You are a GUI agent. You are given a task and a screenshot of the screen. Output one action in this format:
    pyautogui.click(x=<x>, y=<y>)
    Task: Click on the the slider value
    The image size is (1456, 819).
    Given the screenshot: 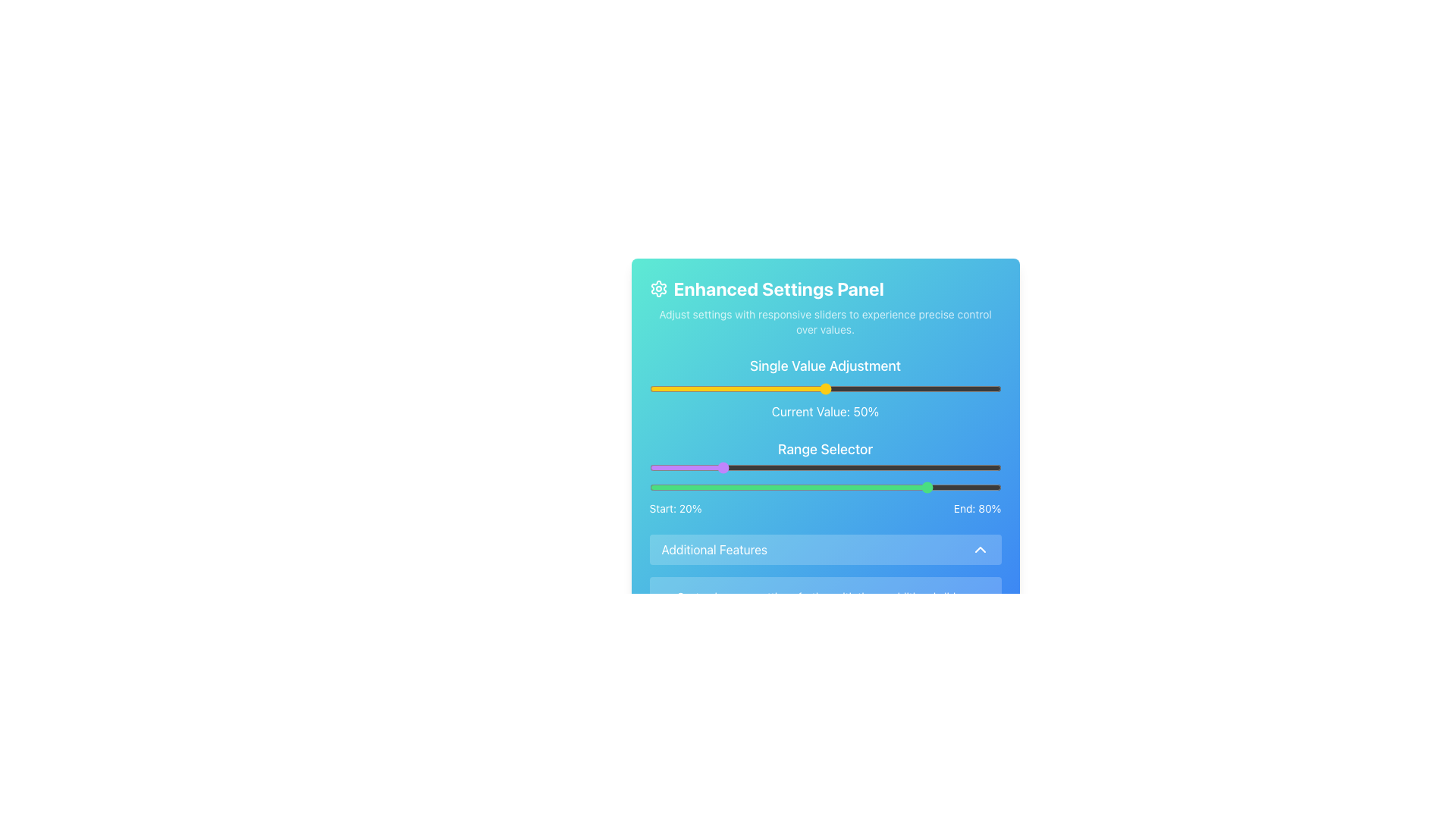 What is the action you would take?
    pyautogui.click(x=930, y=388)
    